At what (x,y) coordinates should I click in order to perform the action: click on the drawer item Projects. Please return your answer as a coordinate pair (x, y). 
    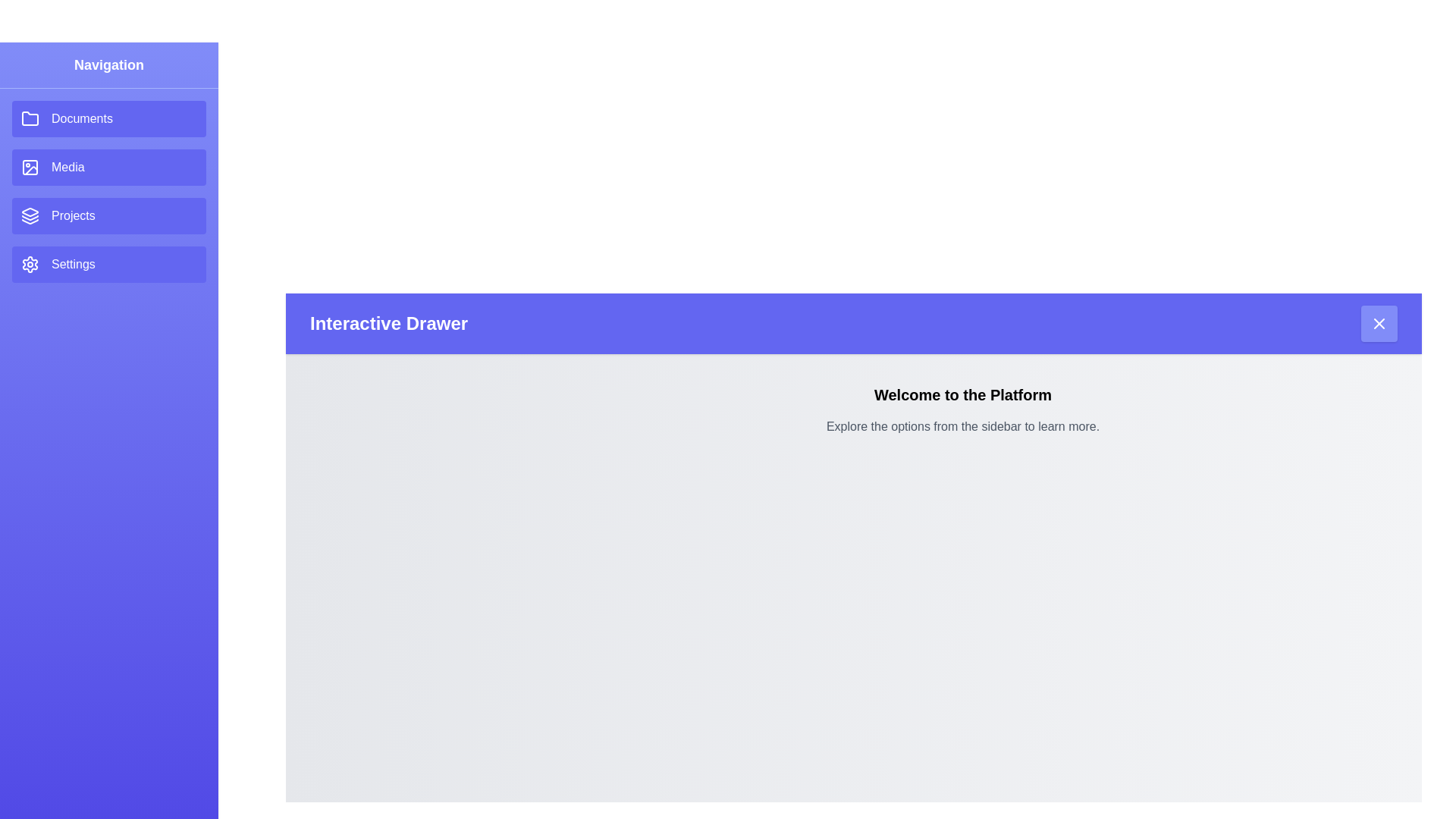
    Looking at the image, I should click on (108, 216).